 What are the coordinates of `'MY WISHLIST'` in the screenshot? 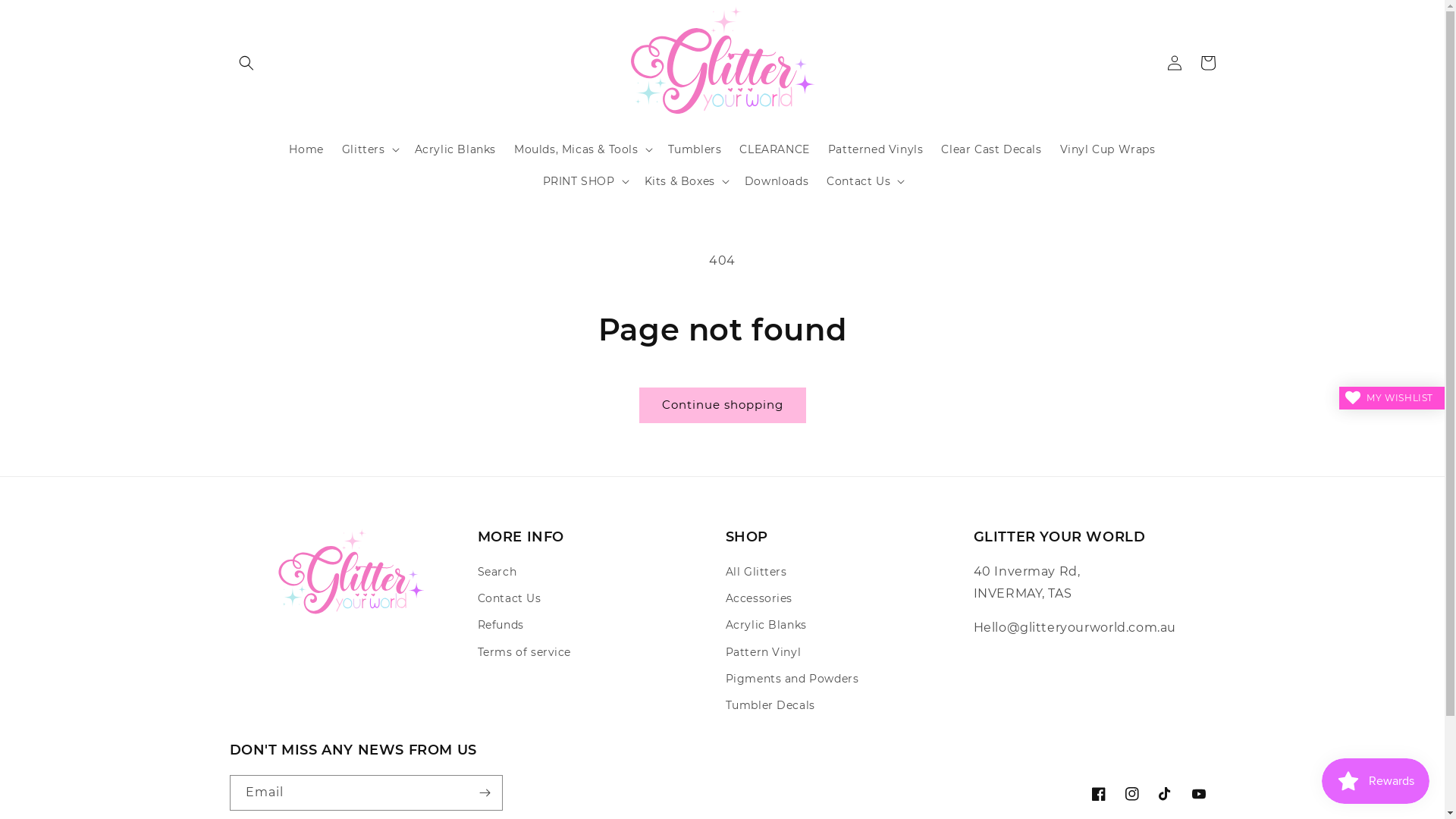 It's located at (1392, 397).